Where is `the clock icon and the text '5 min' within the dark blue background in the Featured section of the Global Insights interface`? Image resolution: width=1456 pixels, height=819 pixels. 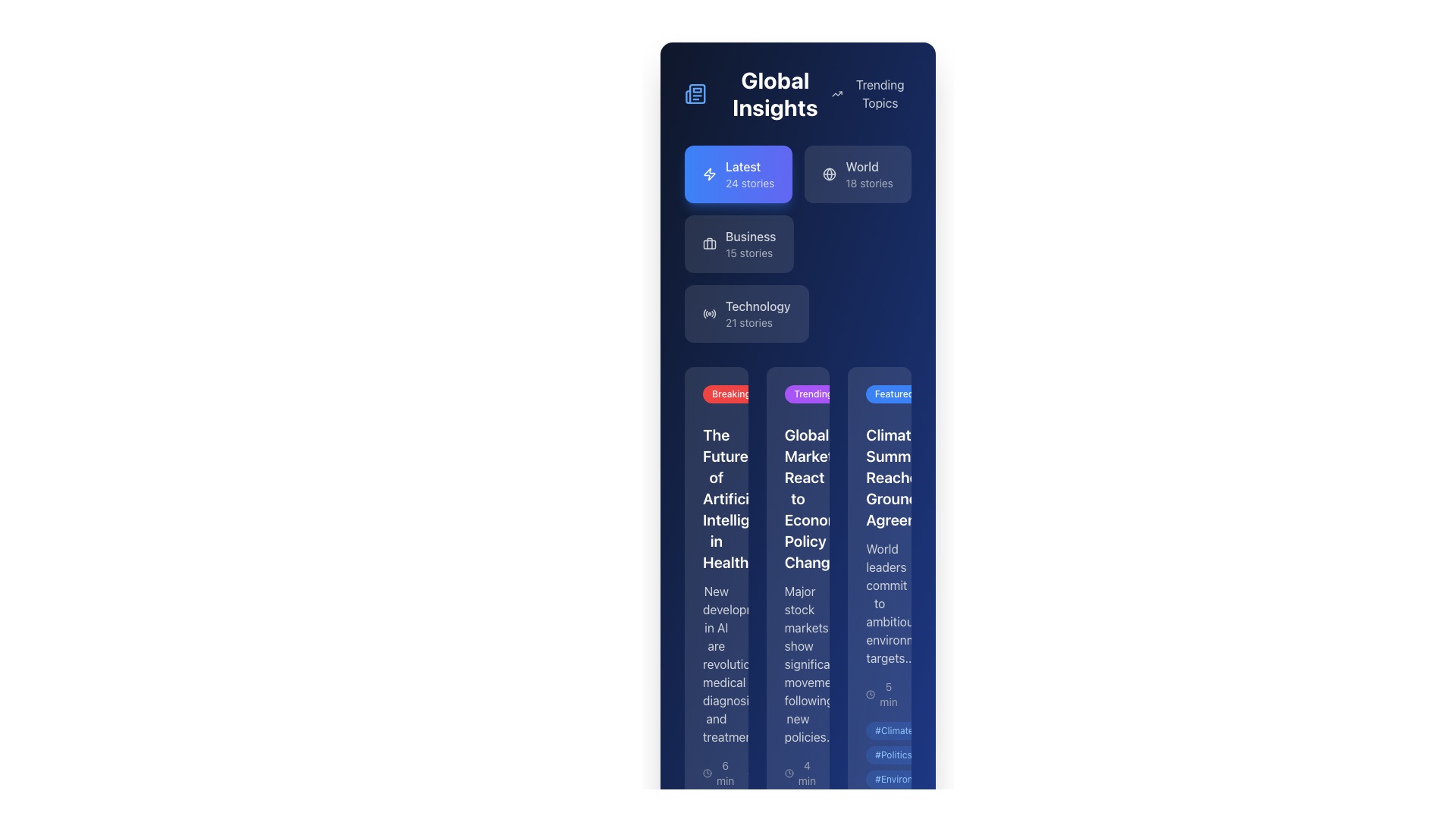
the clock icon and the text '5 min' within the dark blue background in the Featured section of the Global Insights interface is located at coordinates (880, 694).